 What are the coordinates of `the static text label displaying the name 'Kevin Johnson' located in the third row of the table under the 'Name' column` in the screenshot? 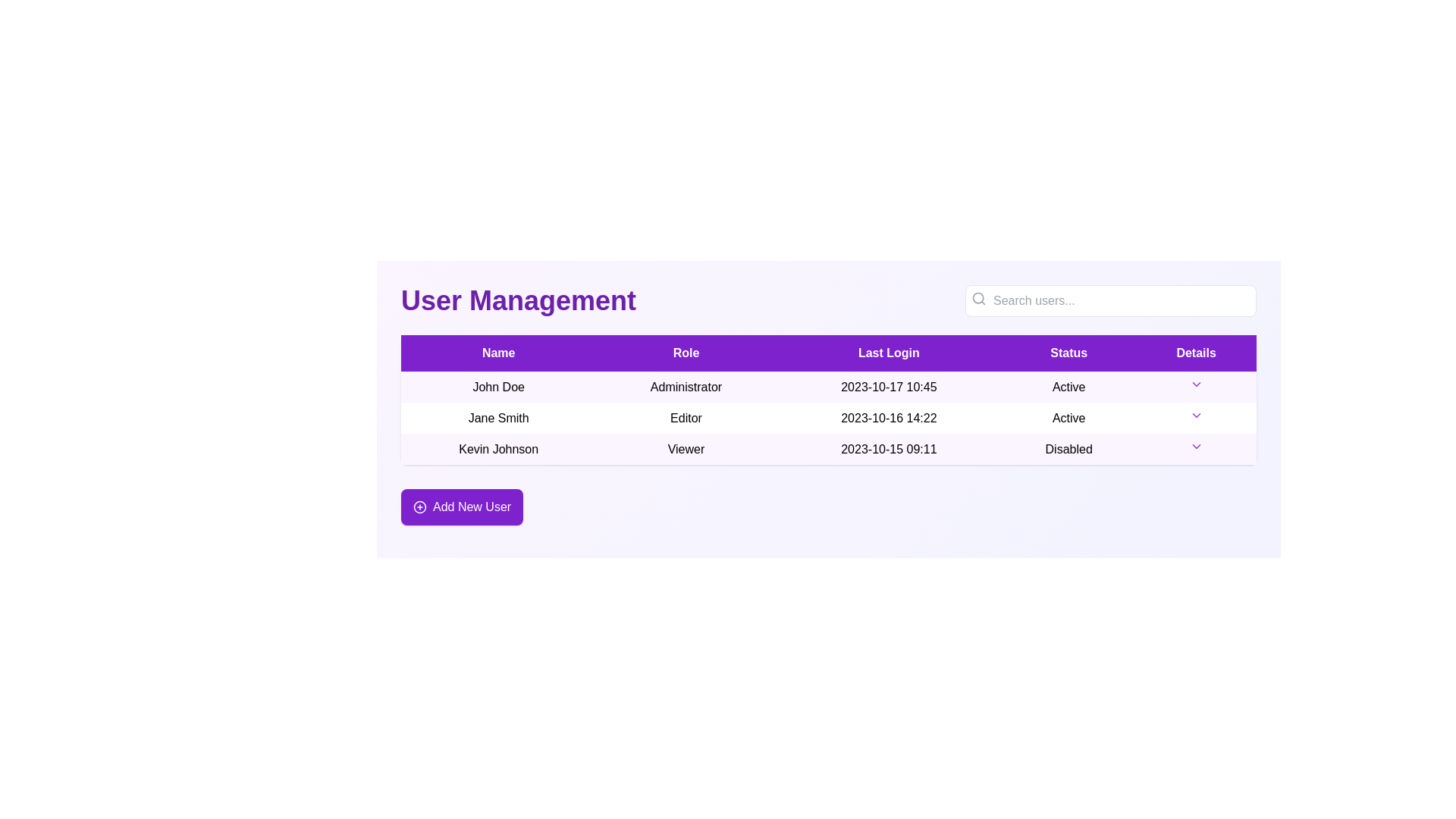 It's located at (498, 448).